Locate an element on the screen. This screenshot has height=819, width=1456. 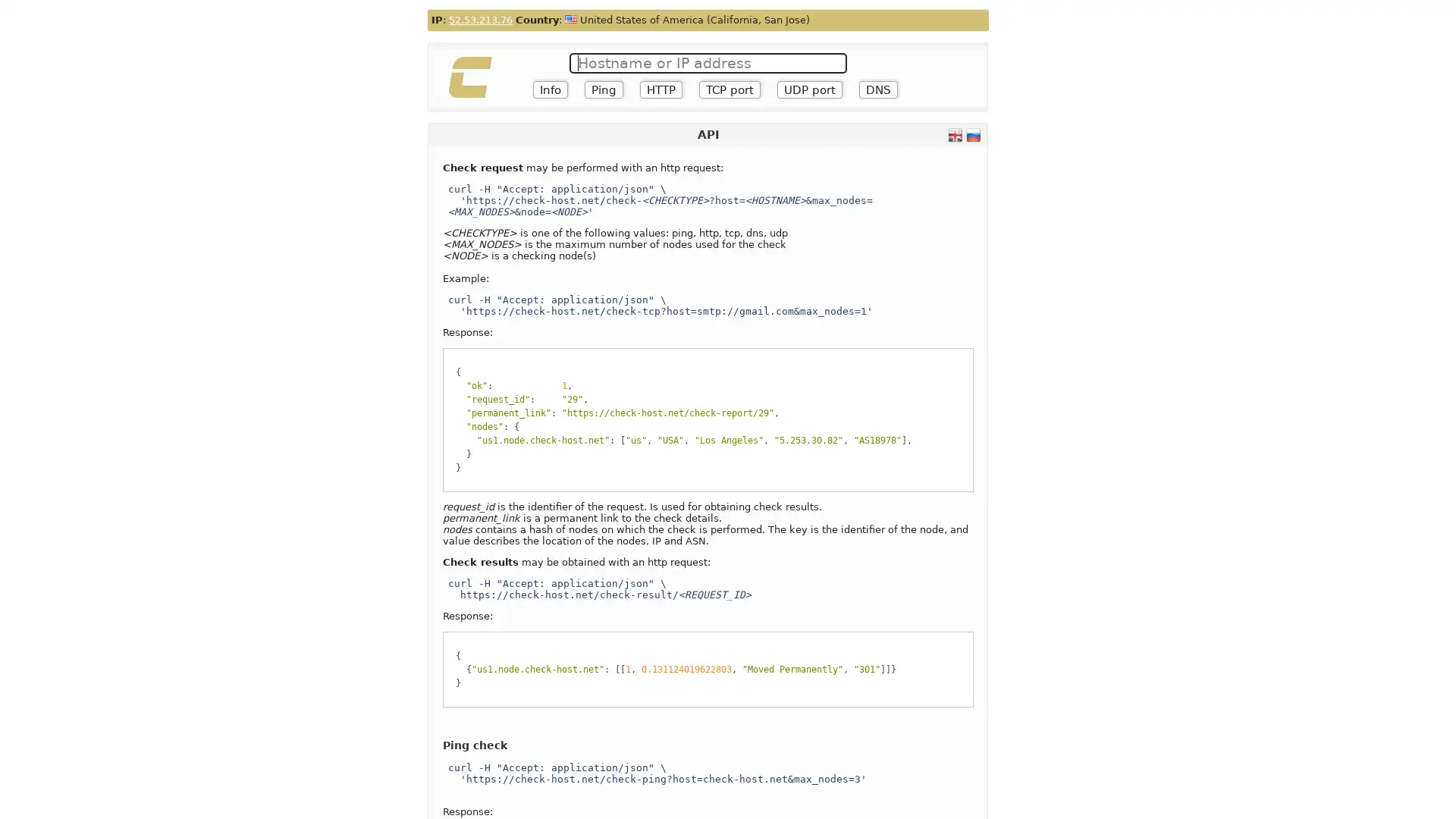
Ping is located at coordinates (602, 89).